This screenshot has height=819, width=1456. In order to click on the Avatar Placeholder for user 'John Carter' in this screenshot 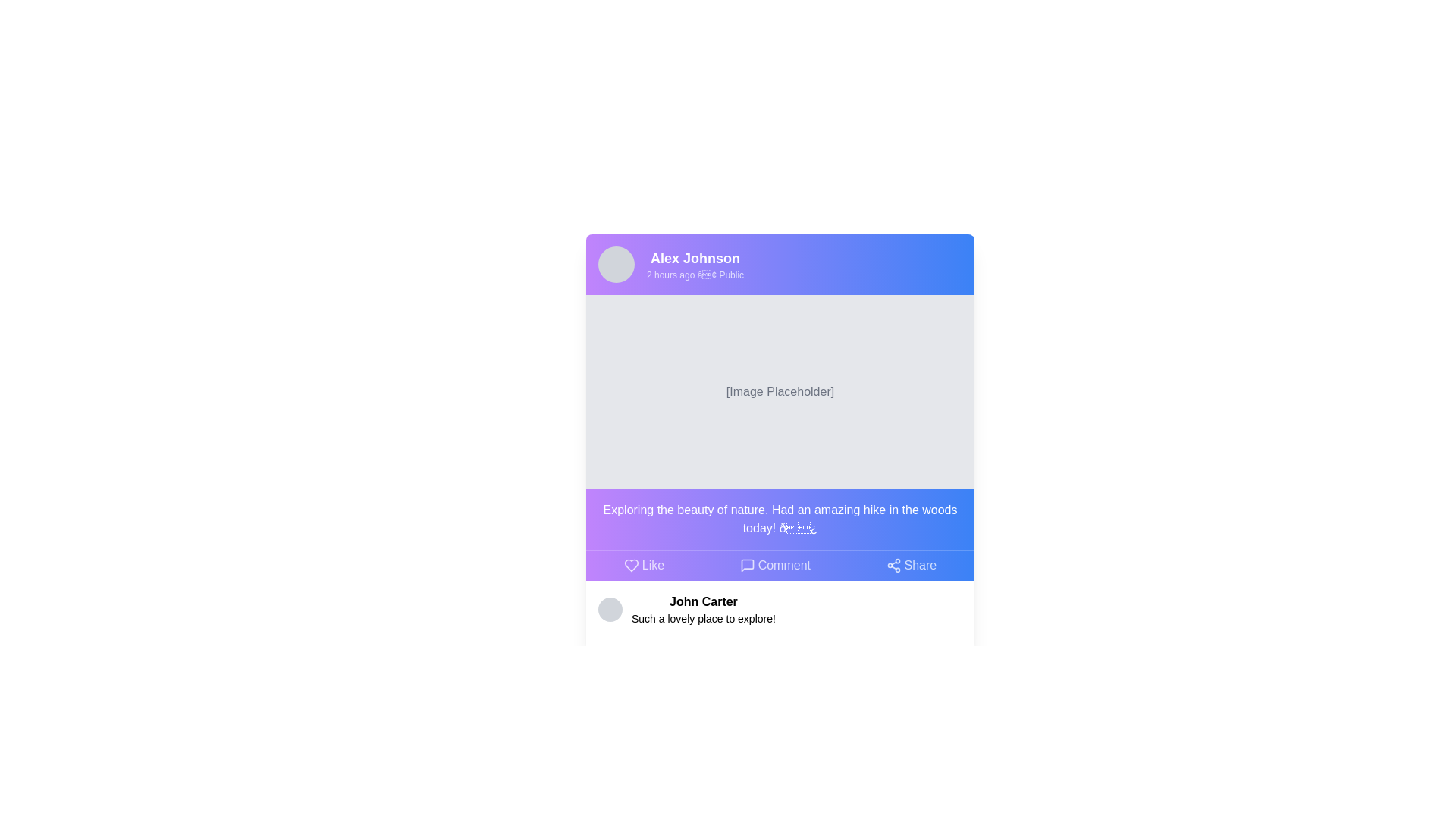, I will do `click(610, 608)`.